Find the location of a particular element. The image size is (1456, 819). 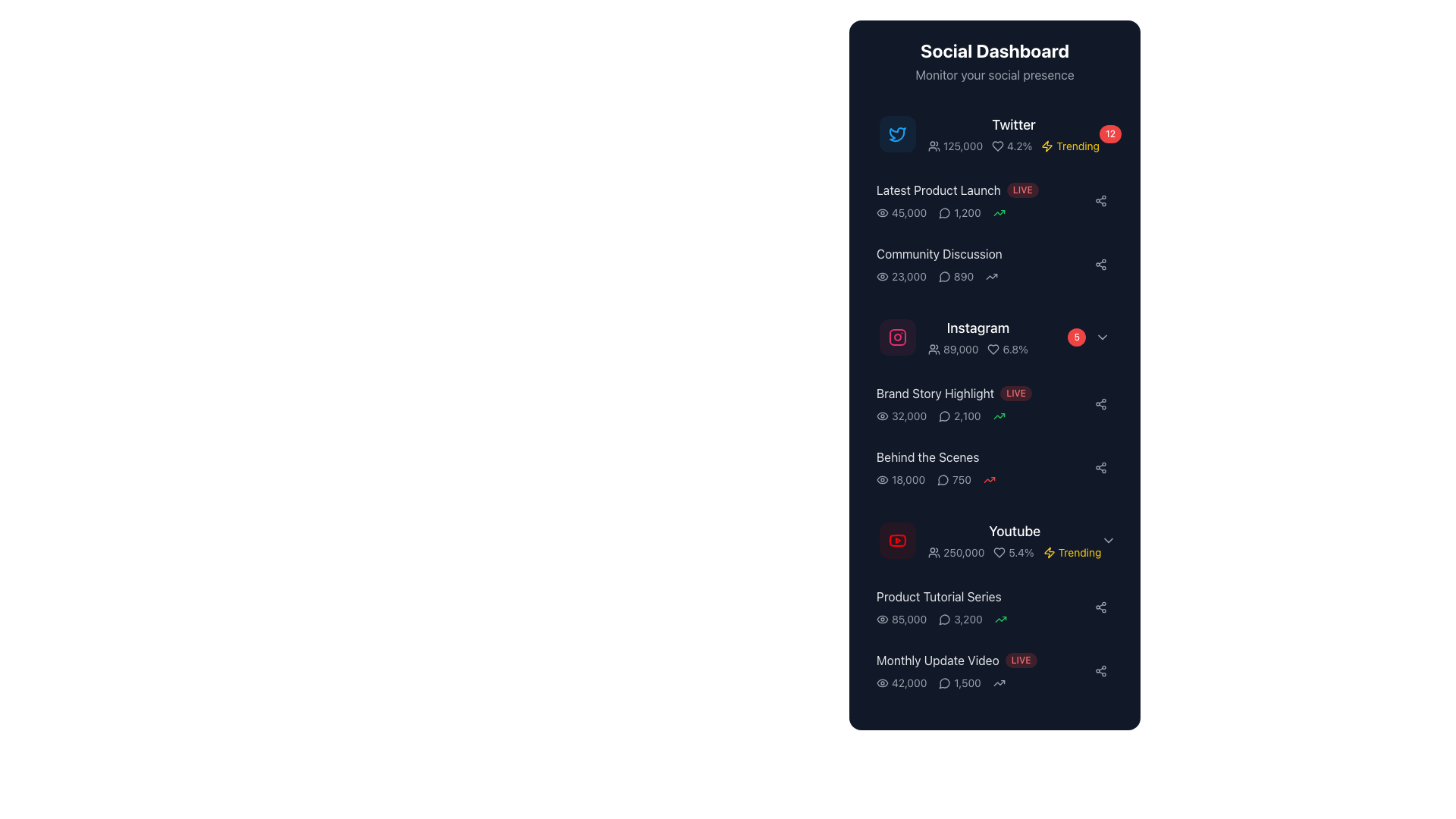

the 'share' icon button located at the rightmost side of the 'Product Tutorial Series' list item is located at coordinates (1100, 607).